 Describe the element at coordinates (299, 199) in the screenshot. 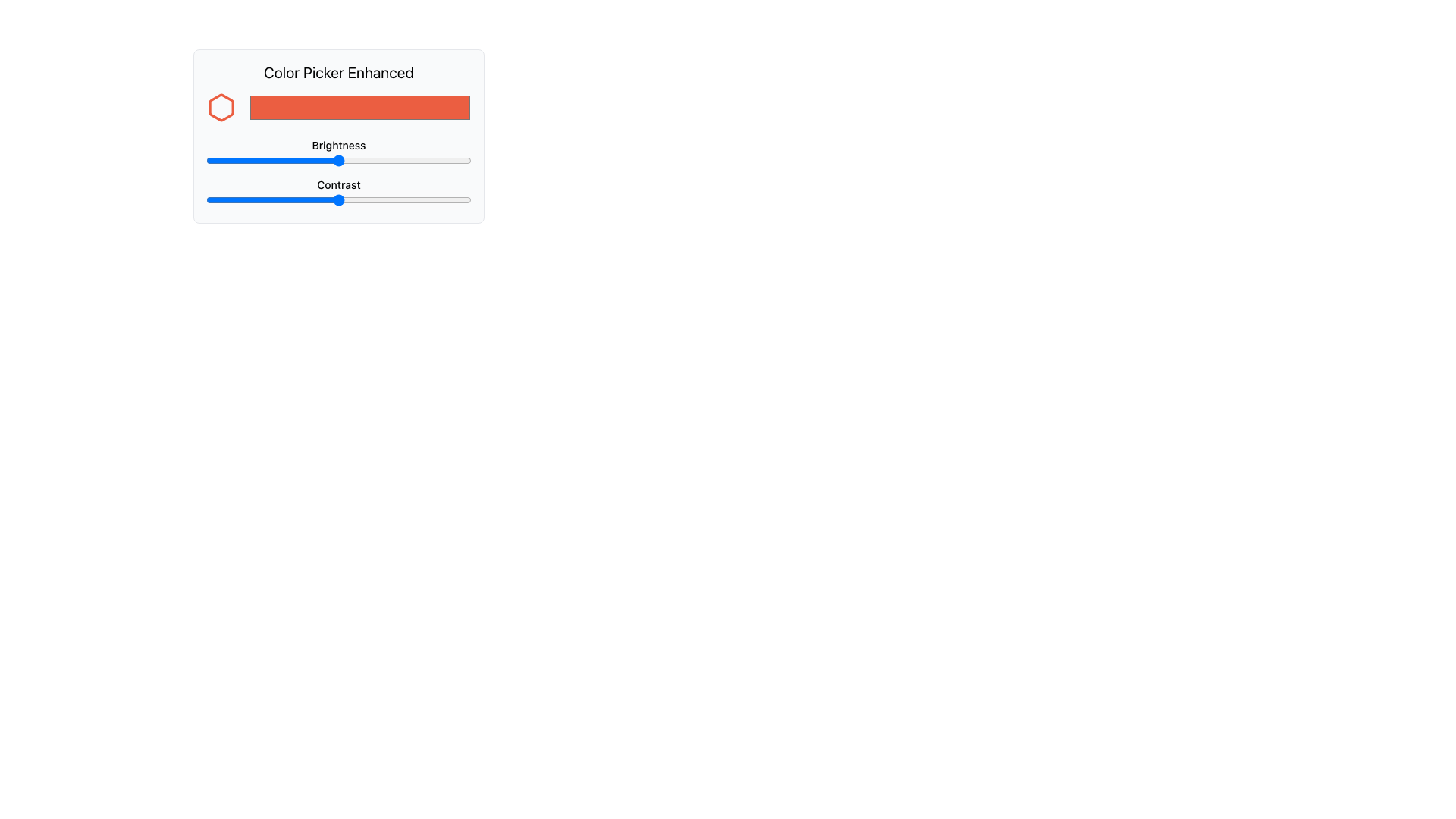

I see `contrast` at that location.